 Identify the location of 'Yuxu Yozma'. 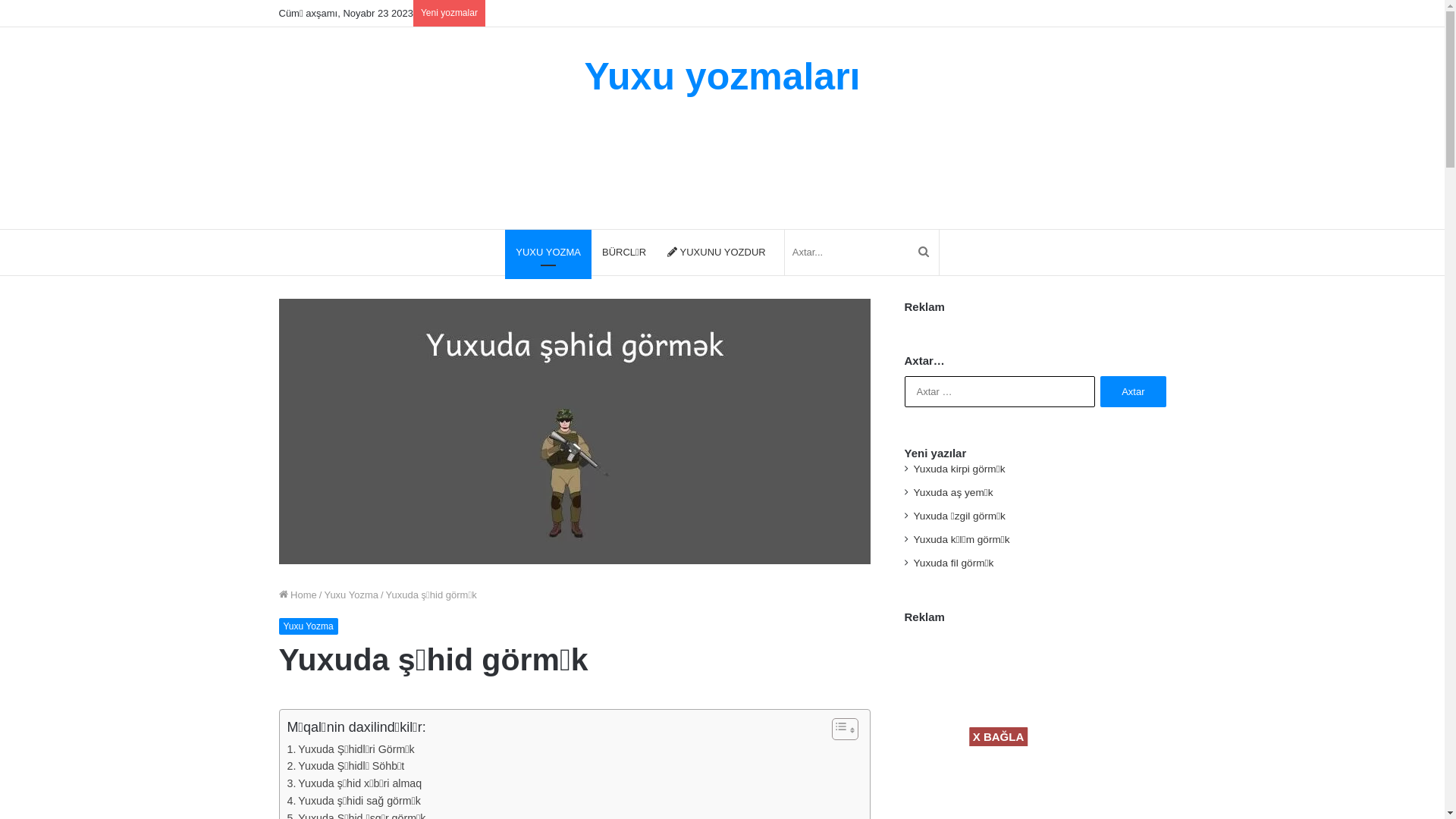
(350, 594).